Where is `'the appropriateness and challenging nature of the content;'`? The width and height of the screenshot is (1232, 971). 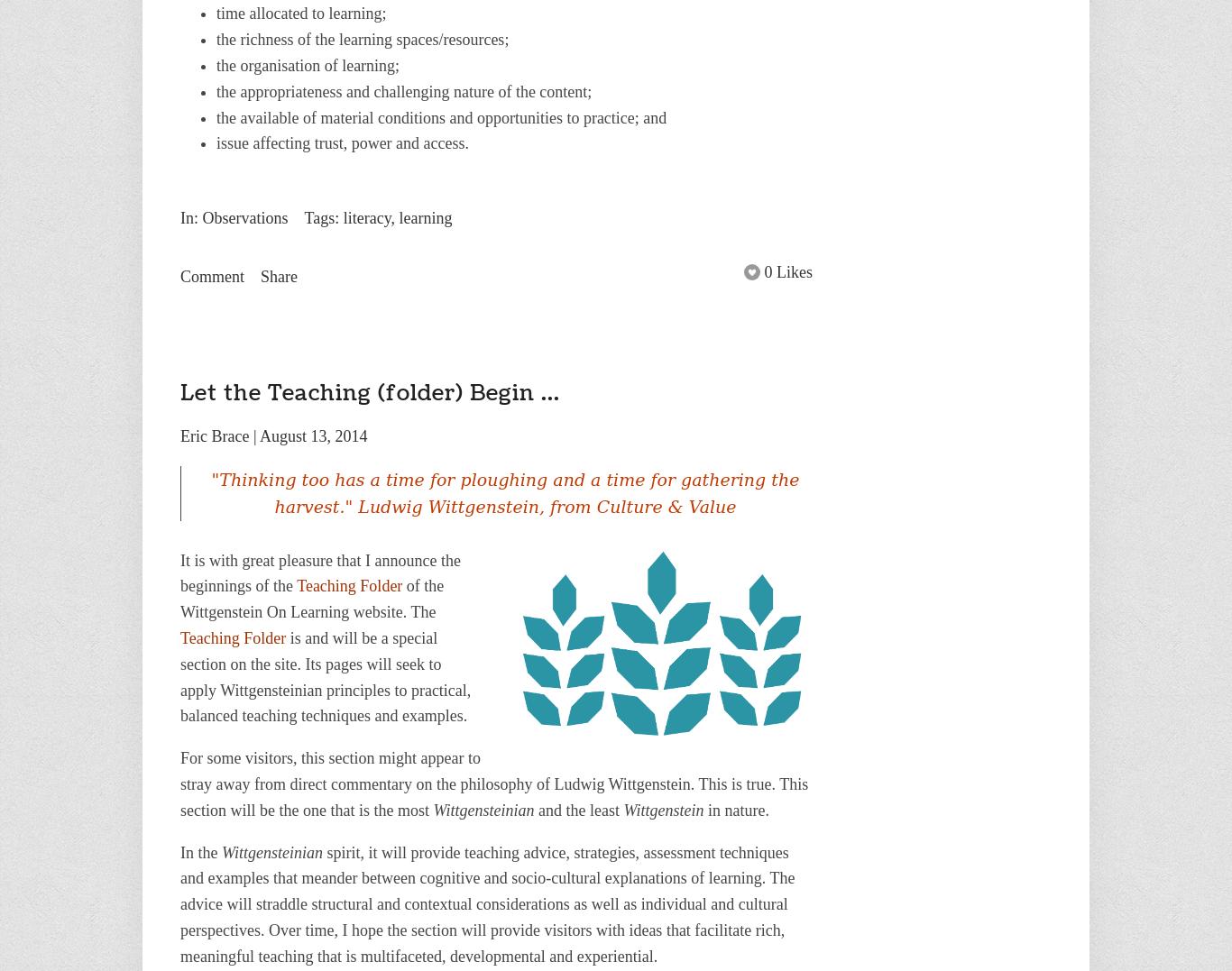
'the appropriateness and challenging nature of the content;' is located at coordinates (403, 90).